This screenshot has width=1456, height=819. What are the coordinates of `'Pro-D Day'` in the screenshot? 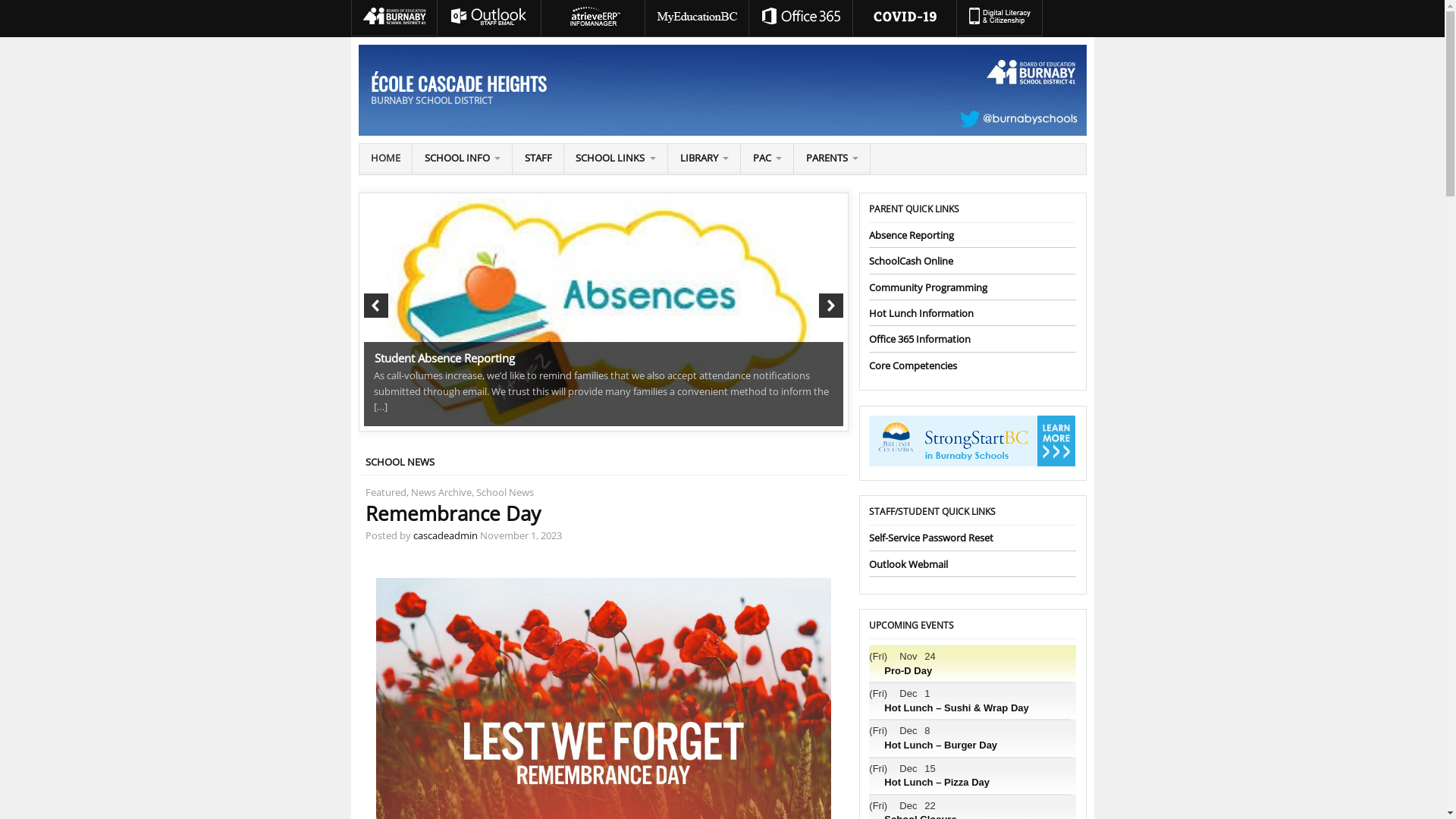 It's located at (904, 677).